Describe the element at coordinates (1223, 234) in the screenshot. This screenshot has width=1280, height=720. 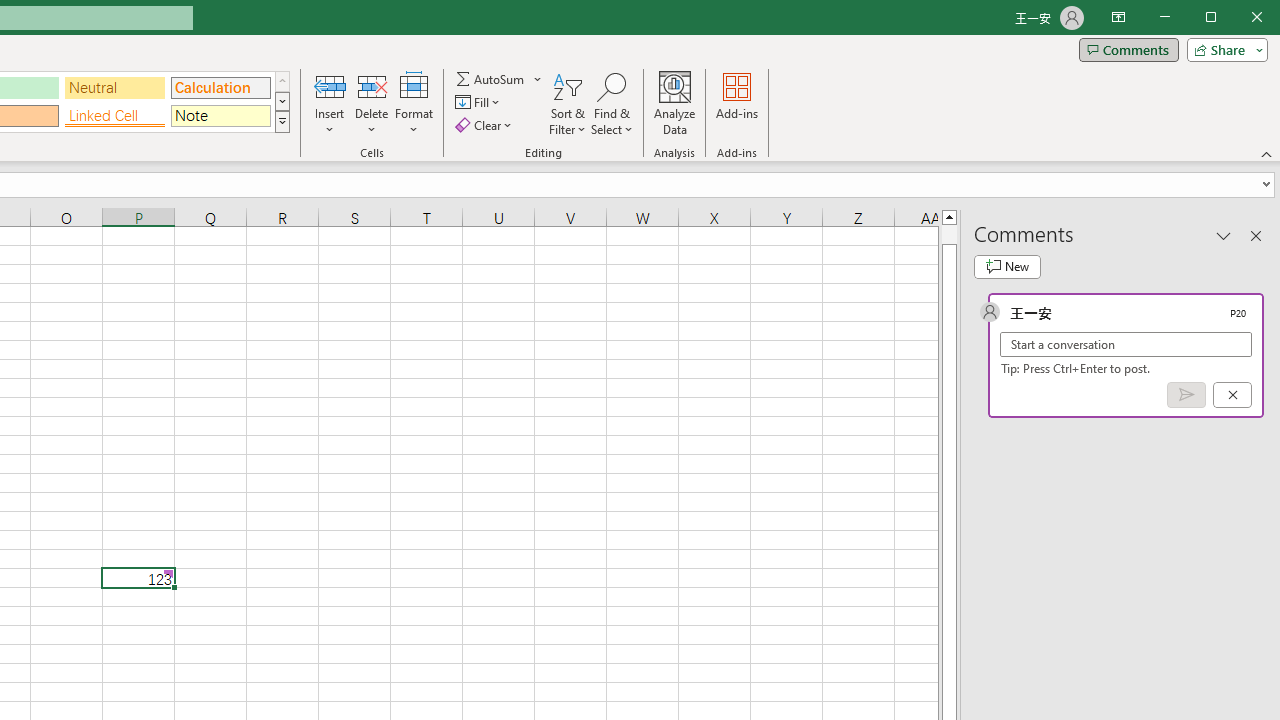
I see `'Task Pane Options'` at that location.